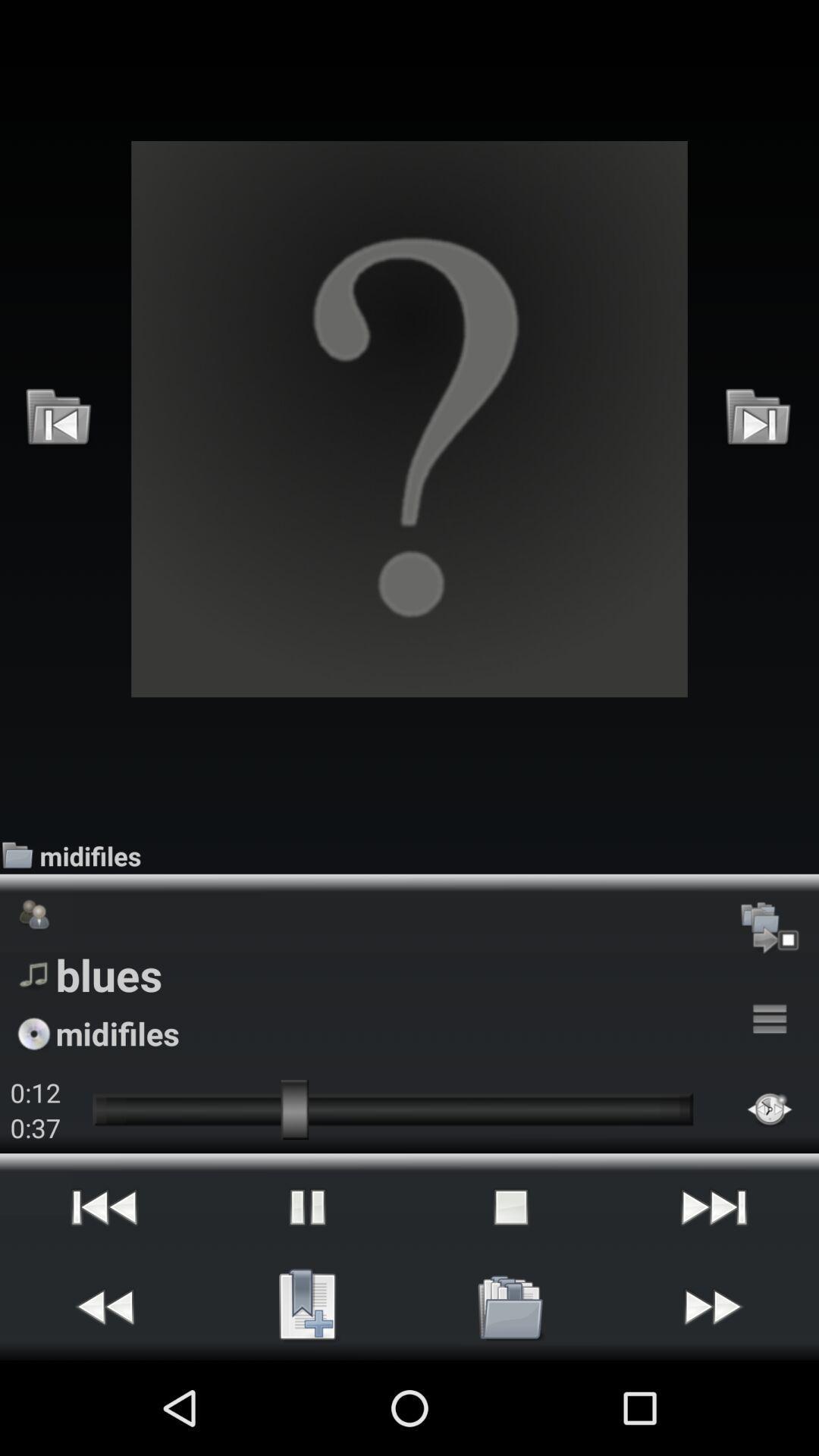  Describe the element at coordinates (713, 1291) in the screenshot. I see `the skip_next icon` at that location.